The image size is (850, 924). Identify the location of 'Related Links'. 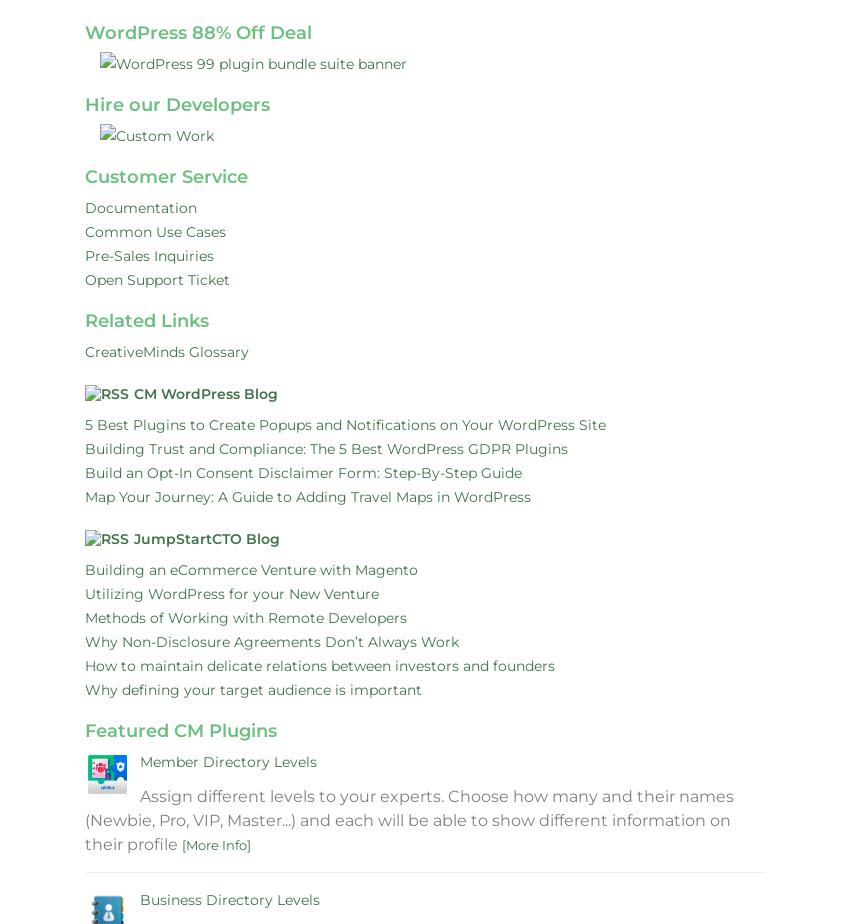
(85, 320).